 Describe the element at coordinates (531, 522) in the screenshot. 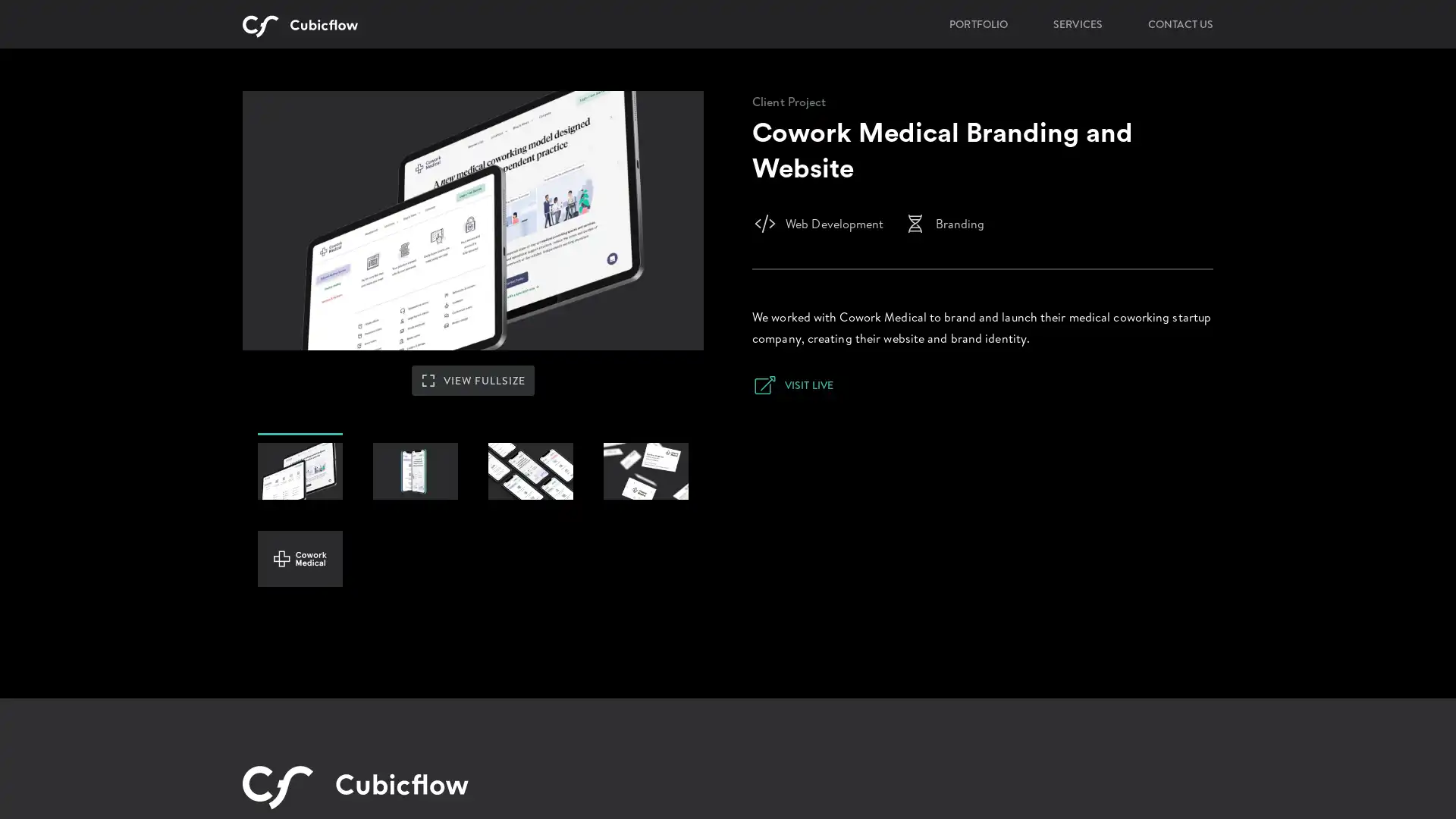

I see `#` at that location.